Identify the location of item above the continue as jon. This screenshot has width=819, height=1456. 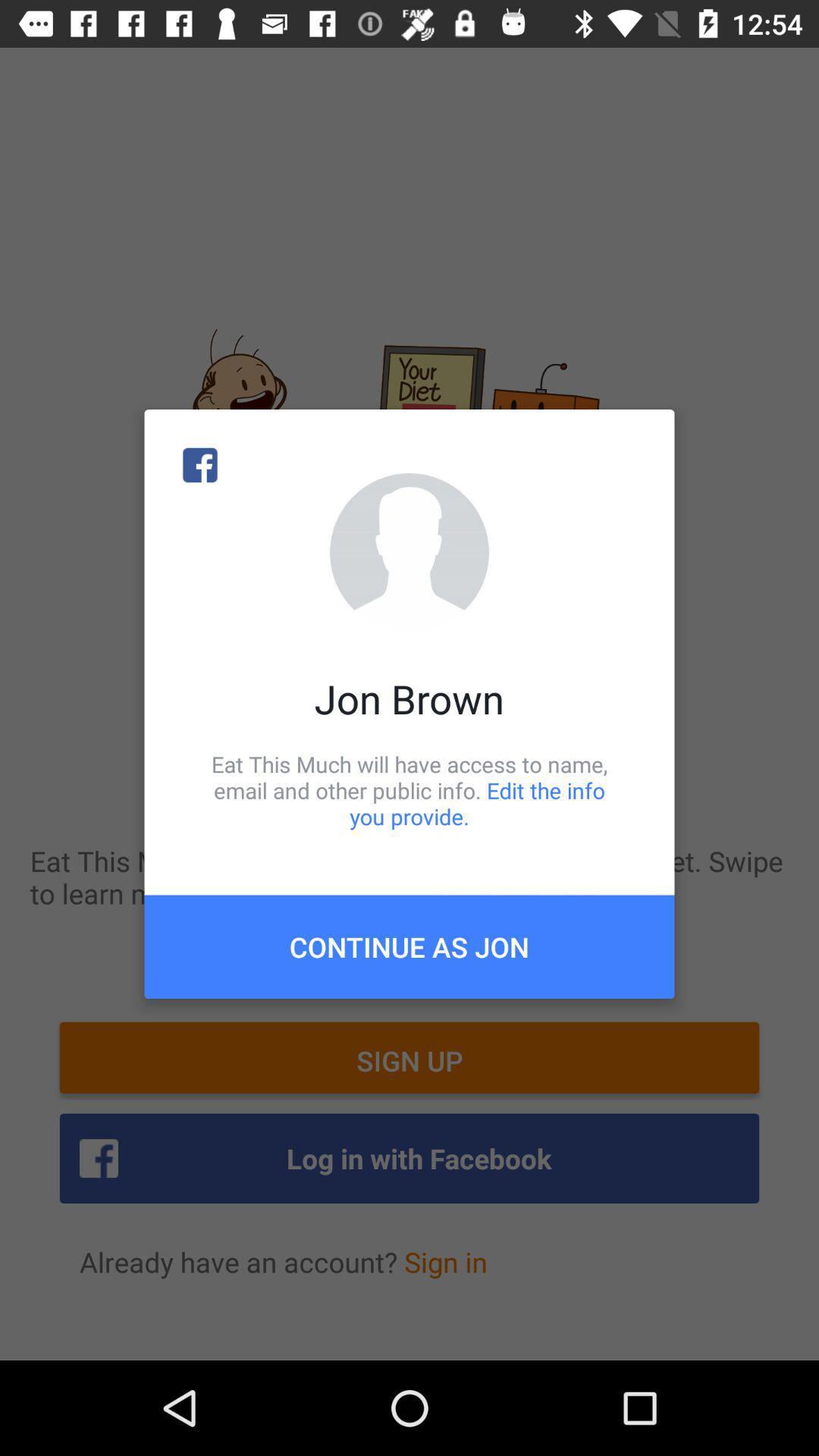
(409, 789).